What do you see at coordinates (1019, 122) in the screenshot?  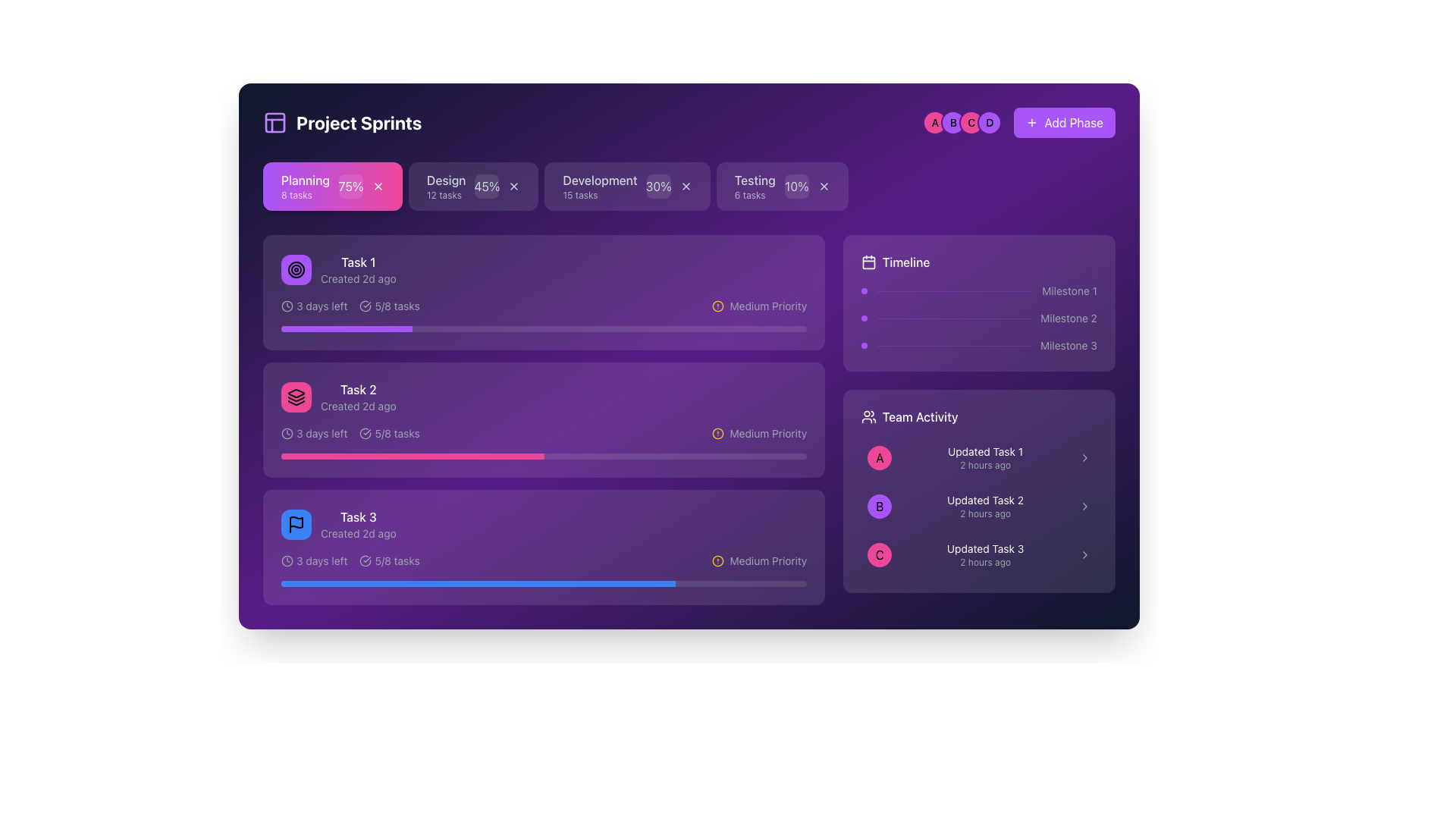 I see `the button located at the top-right area of the main interface, adjacent to the circular icons labeled 'A', 'B', 'C', and 'D'` at bounding box center [1019, 122].